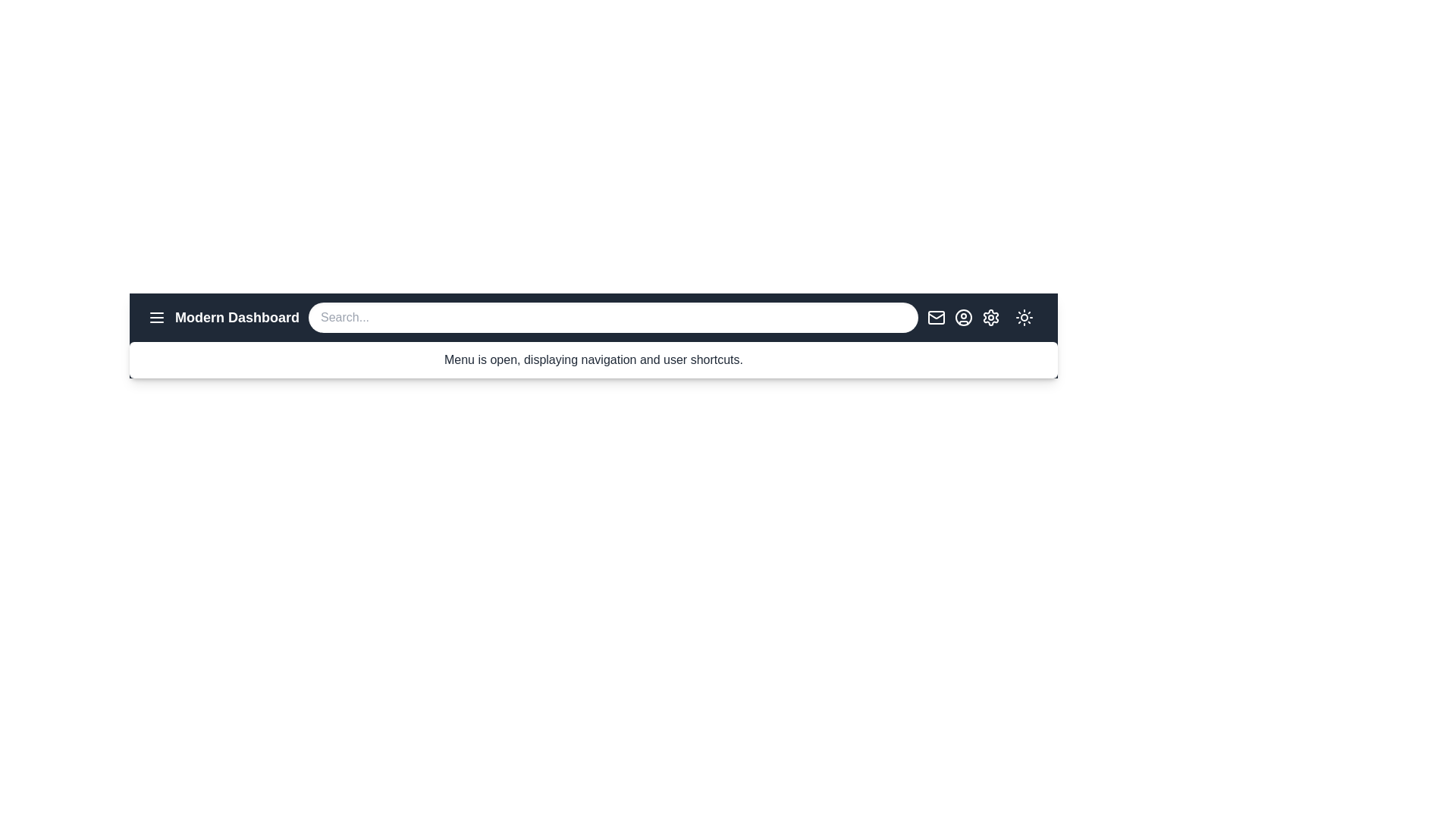 The image size is (1456, 819). What do you see at coordinates (963, 317) in the screenshot?
I see `the user icon to open the user profile options` at bounding box center [963, 317].